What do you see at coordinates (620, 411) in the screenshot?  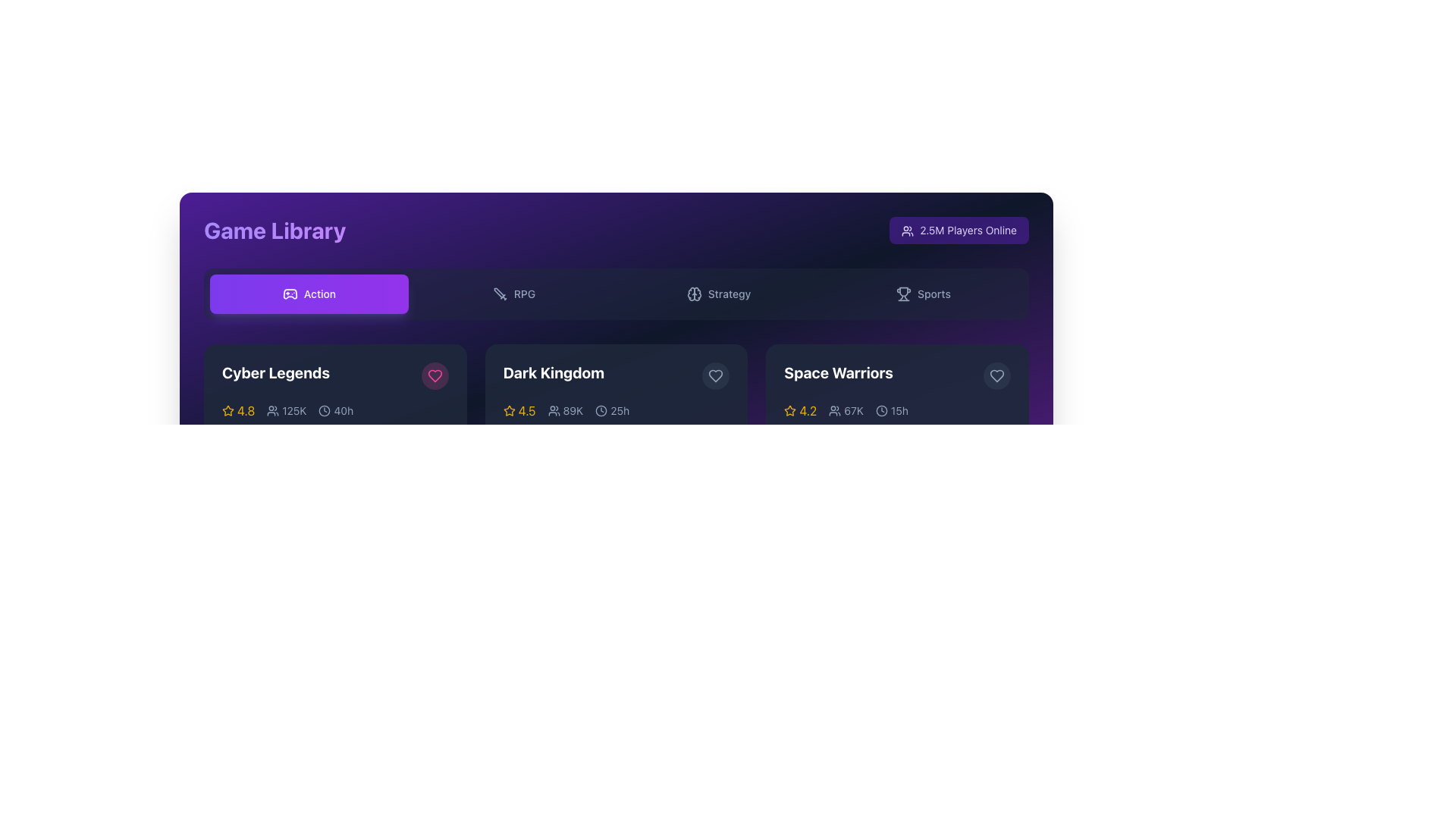 I see `the content of the text label displaying '25h', which is styled in gray and indicates time, located to the right of the clock icon within the game information card for 'Dark Kingdom'` at bounding box center [620, 411].